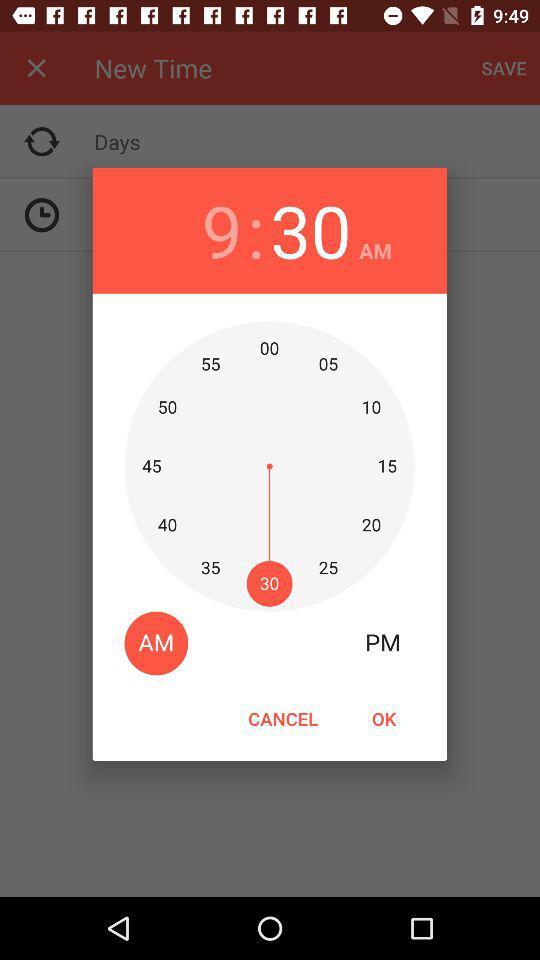  Describe the element at coordinates (282, 718) in the screenshot. I see `the cancel item` at that location.